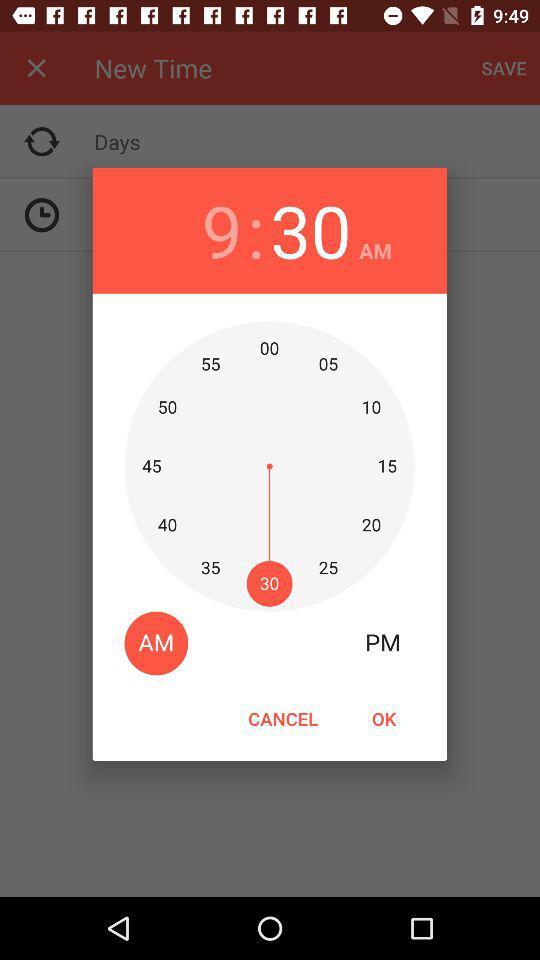  Describe the element at coordinates (282, 718) in the screenshot. I see `the cancel item` at that location.